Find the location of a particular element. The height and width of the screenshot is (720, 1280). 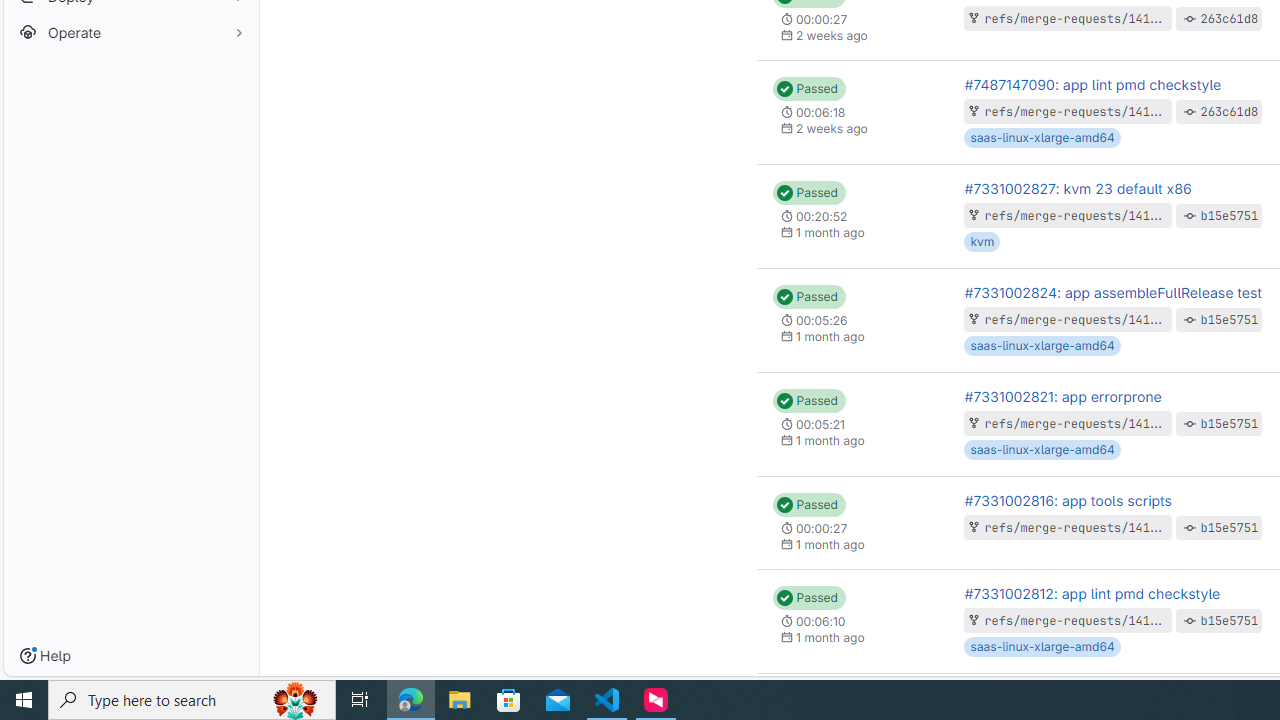

'Operate' is located at coordinates (130, 32).